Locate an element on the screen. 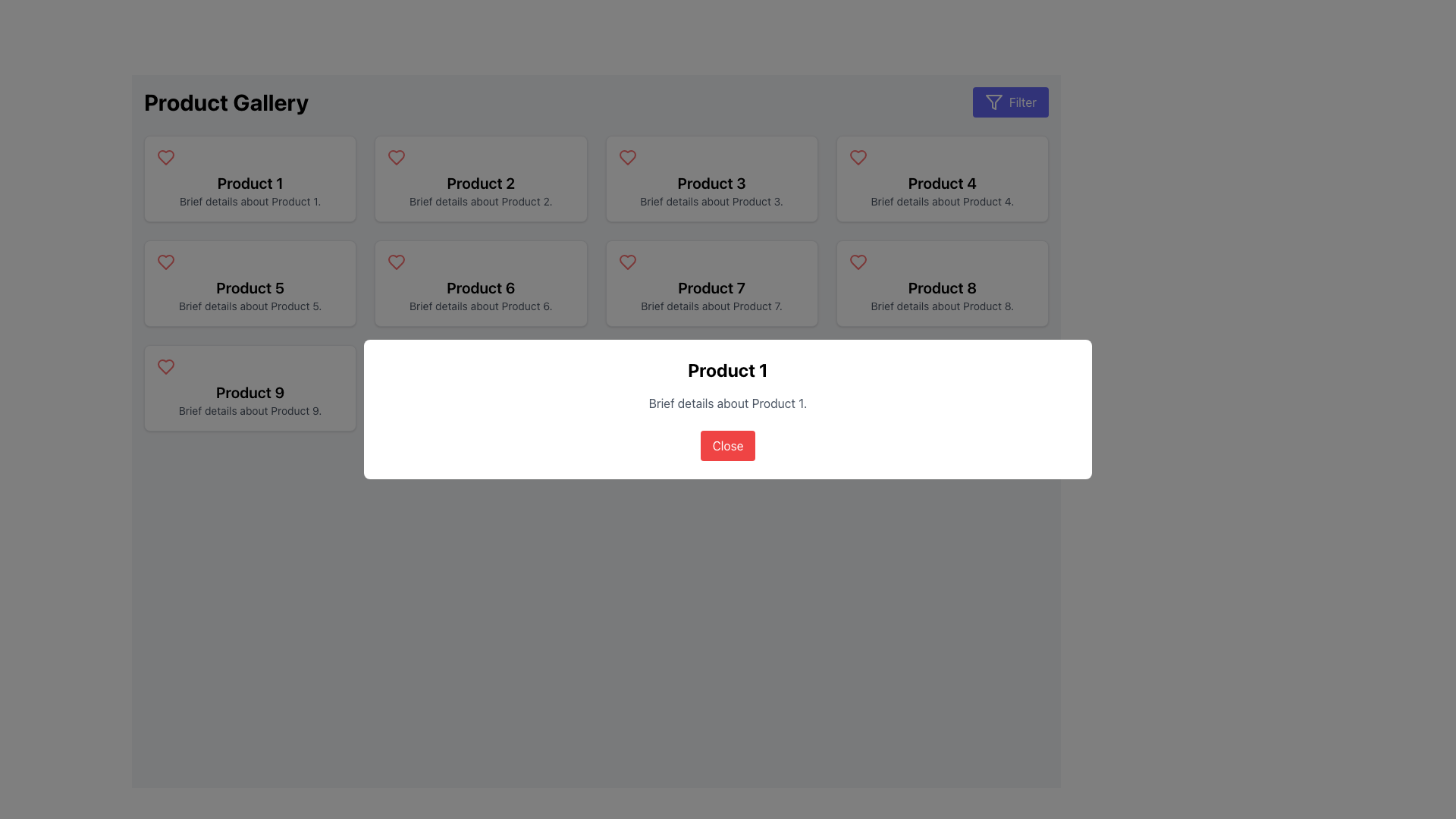 The image size is (1456, 819). the heart-shaped icon located on the card labeled 'Product 5' in the 'Product Gallery' is located at coordinates (166, 262).